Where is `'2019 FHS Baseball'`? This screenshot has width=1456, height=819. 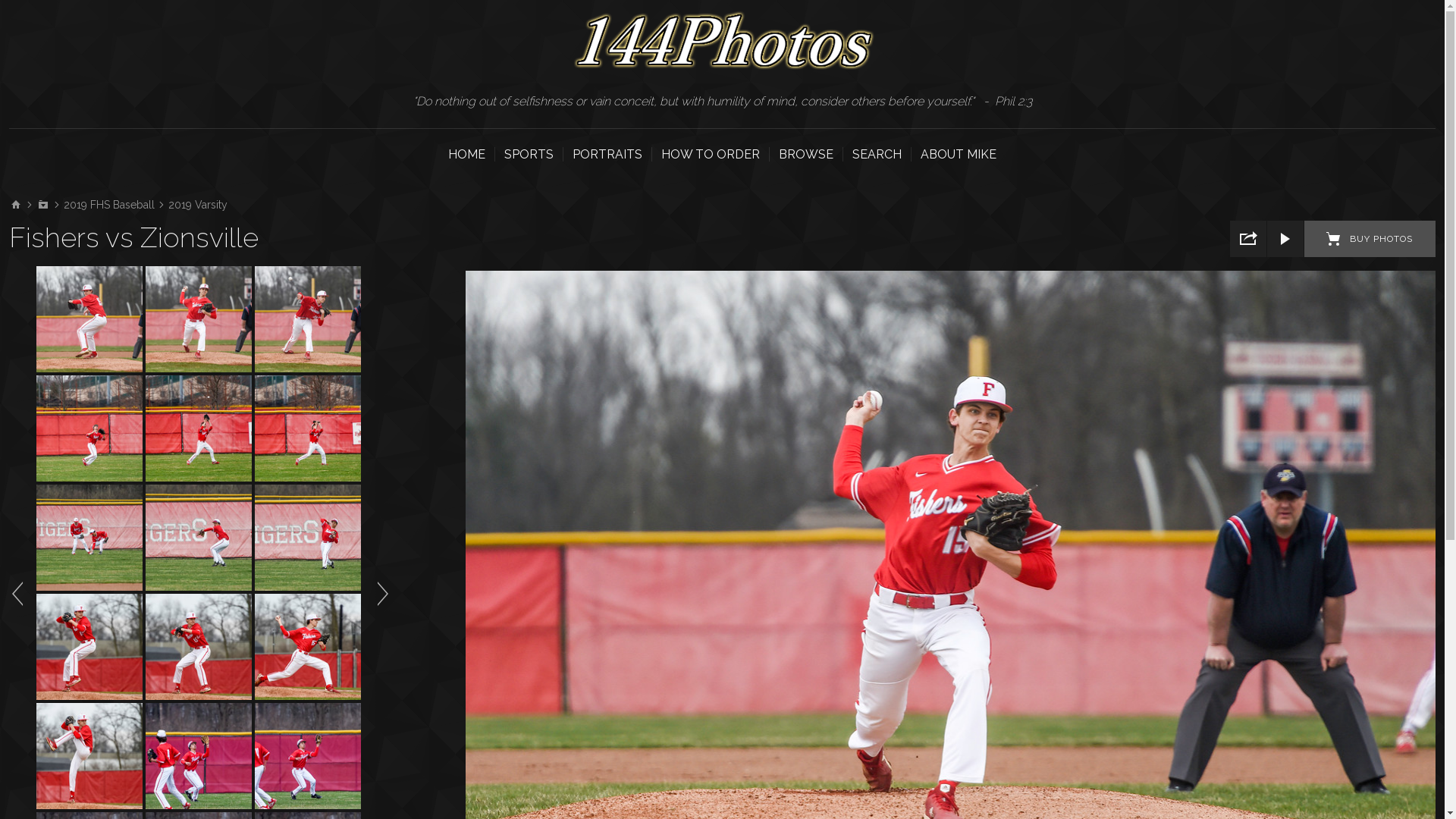 '2019 FHS Baseball' is located at coordinates (62, 205).